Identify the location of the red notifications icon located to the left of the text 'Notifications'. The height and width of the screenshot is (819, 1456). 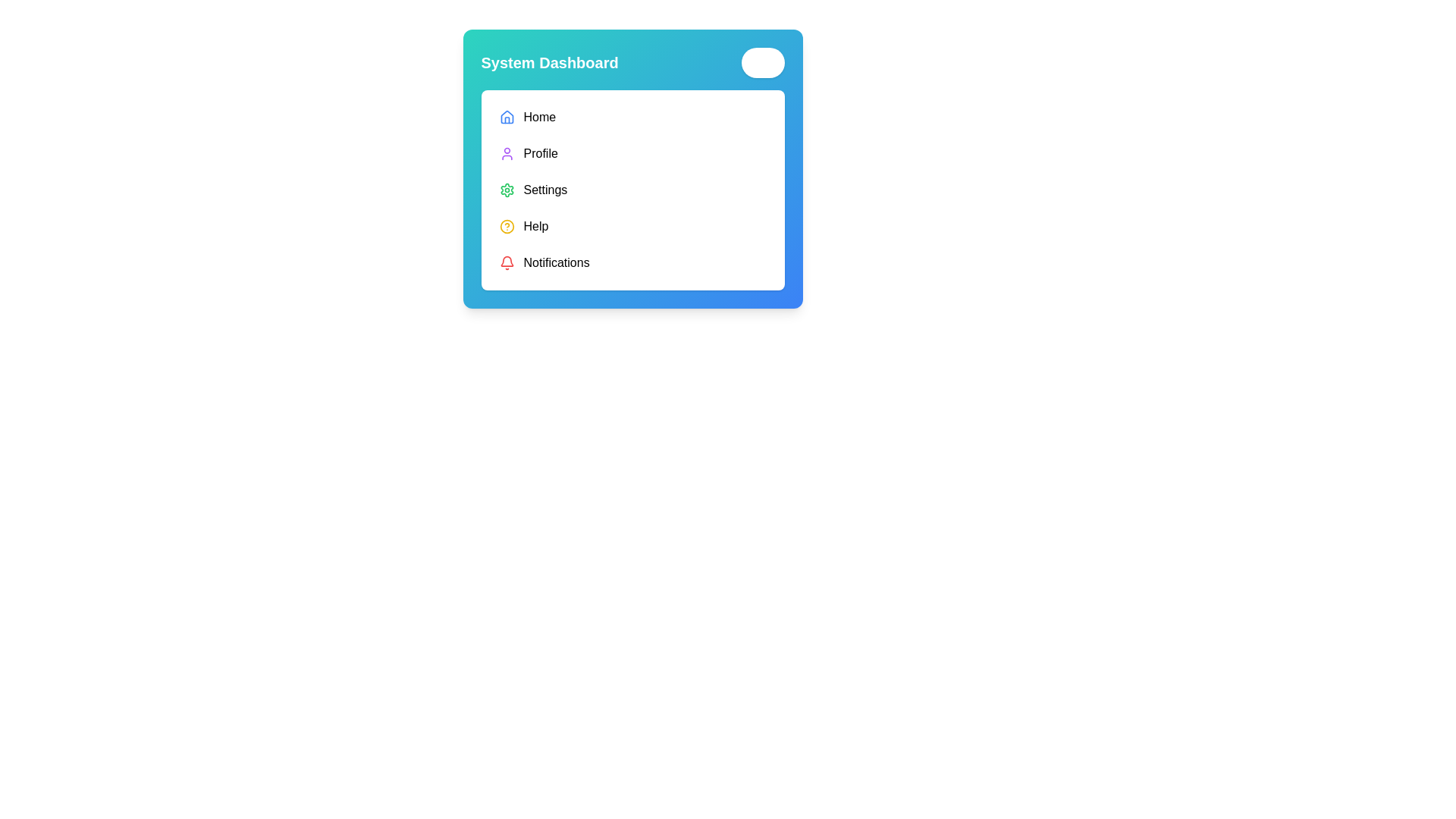
(507, 262).